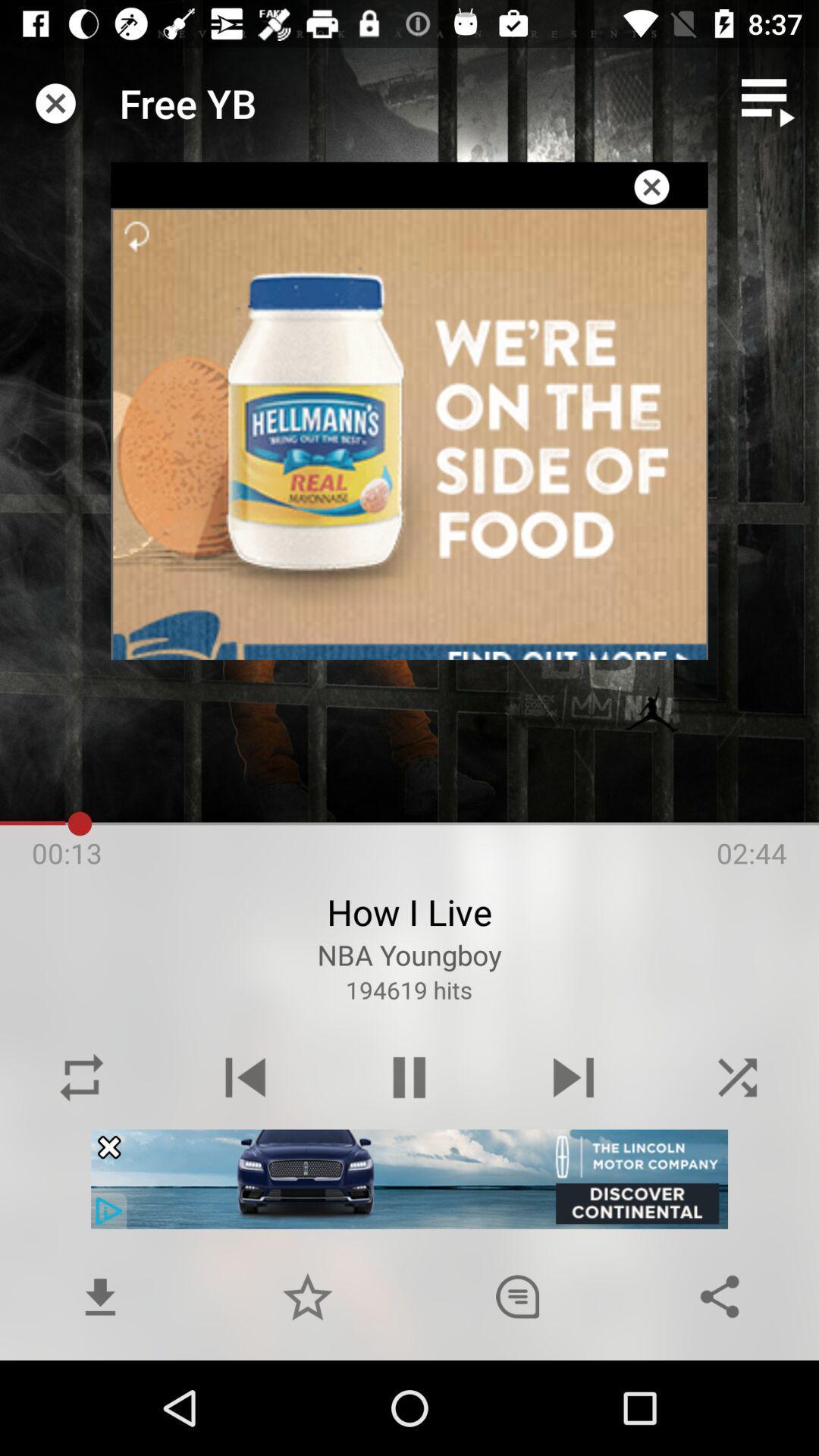 The image size is (819, 1456). I want to click on the file_download icon, so click(100, 1295).